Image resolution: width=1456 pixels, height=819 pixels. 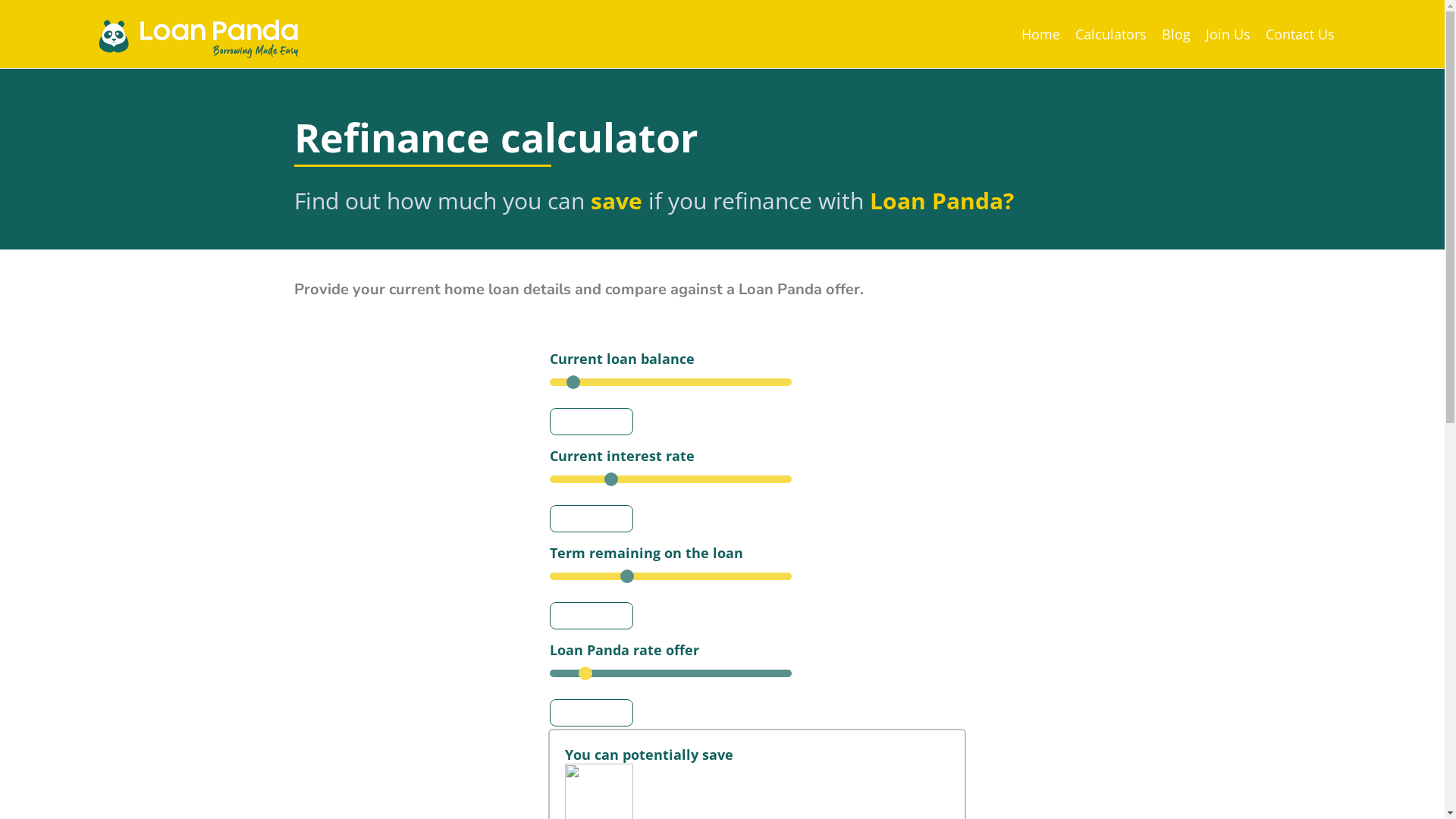 What do you see at coordinates (1299, 34) in the screenshot?
I see `'Contact Us'` at bounding box center [1299, 34].